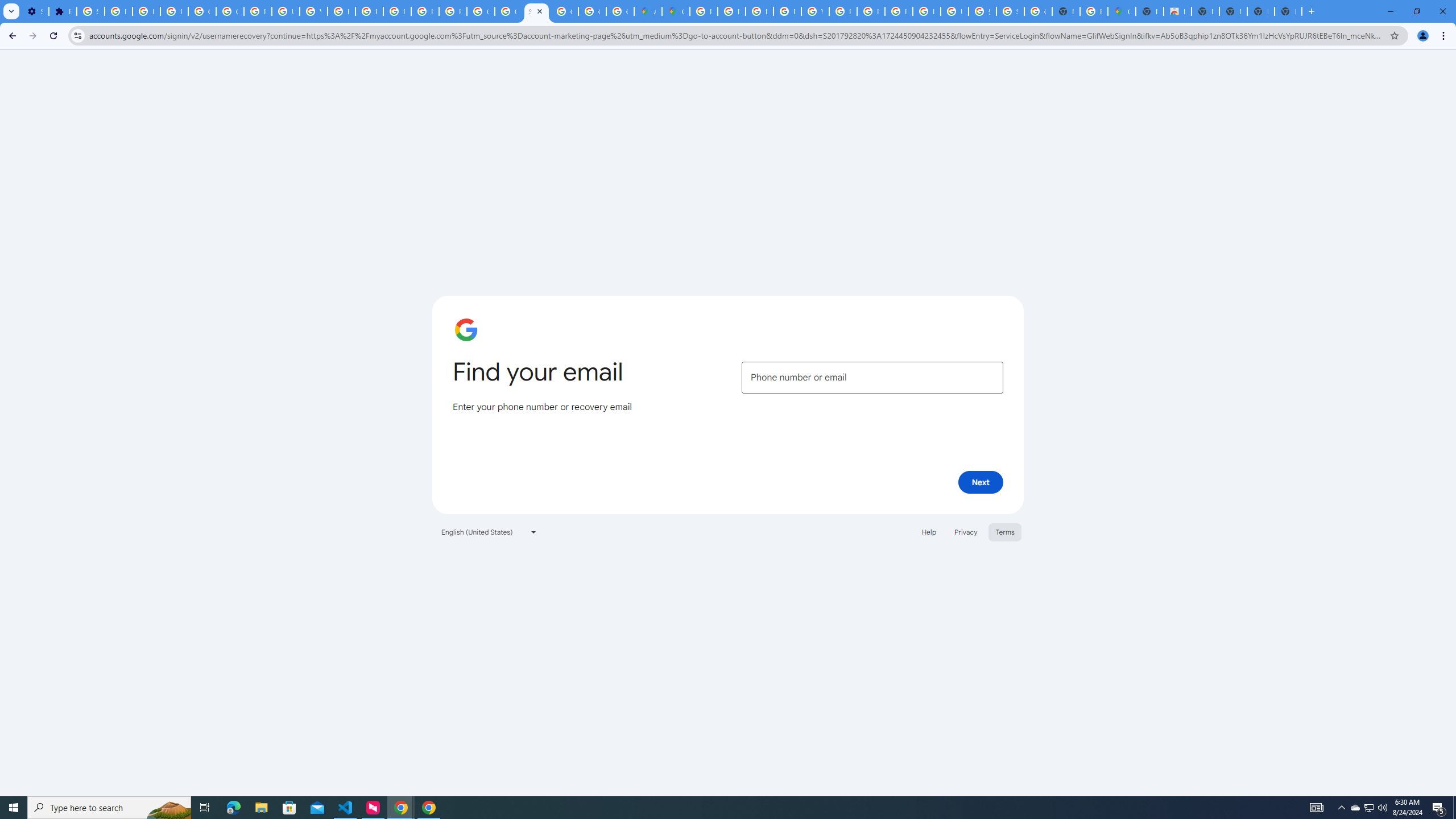 The width and height of the screenshot is (1456, 819). Describe the element at coordinates (201, 11) in the screenshot. I see `'Google Account Help'` at that location.